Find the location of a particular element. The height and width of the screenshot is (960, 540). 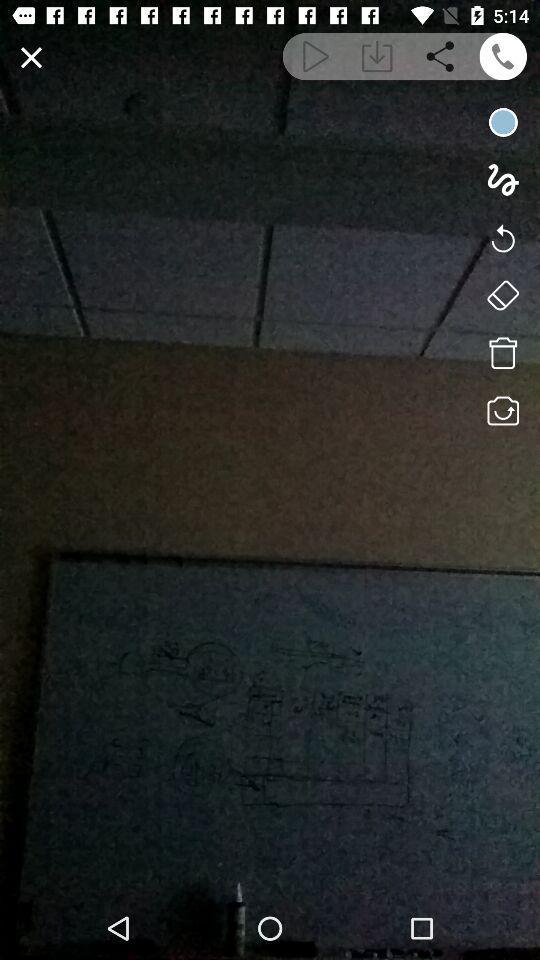

play is located at coordinates (314, 55).